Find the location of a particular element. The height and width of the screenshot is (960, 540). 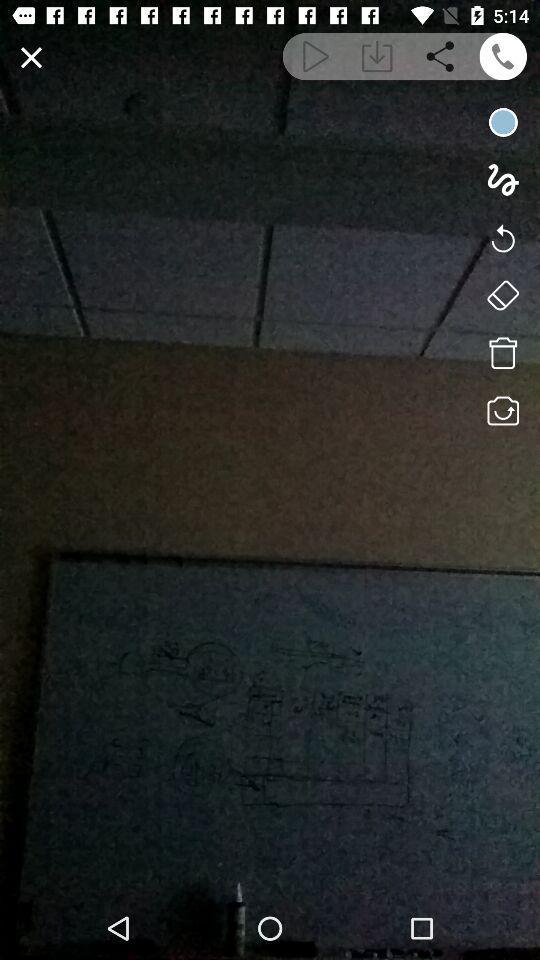

play is located at coordinates (314, 55).